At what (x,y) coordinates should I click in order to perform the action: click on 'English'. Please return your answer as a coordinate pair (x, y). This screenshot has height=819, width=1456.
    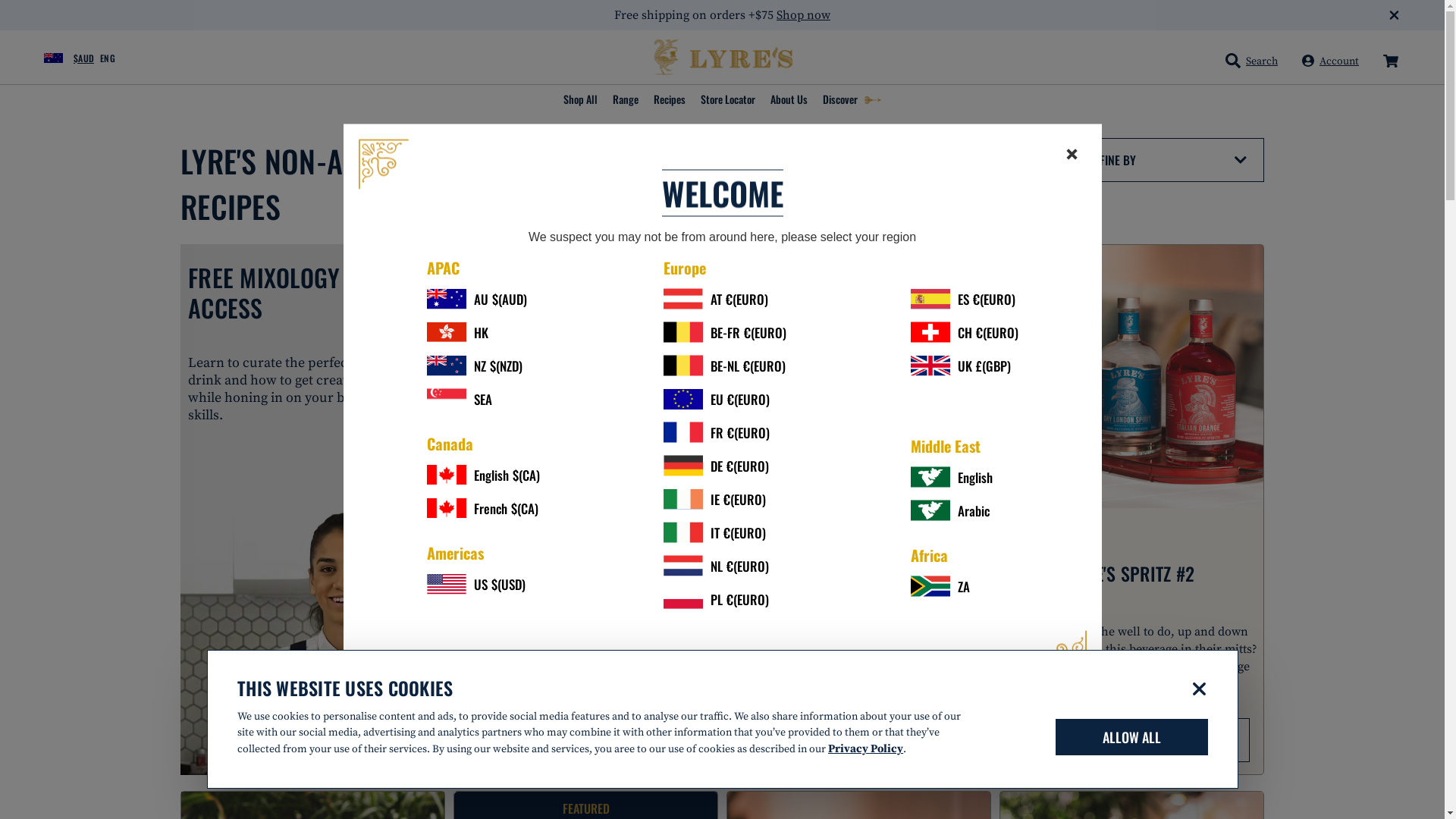
    Looking at the image, I should click on (963, 476).